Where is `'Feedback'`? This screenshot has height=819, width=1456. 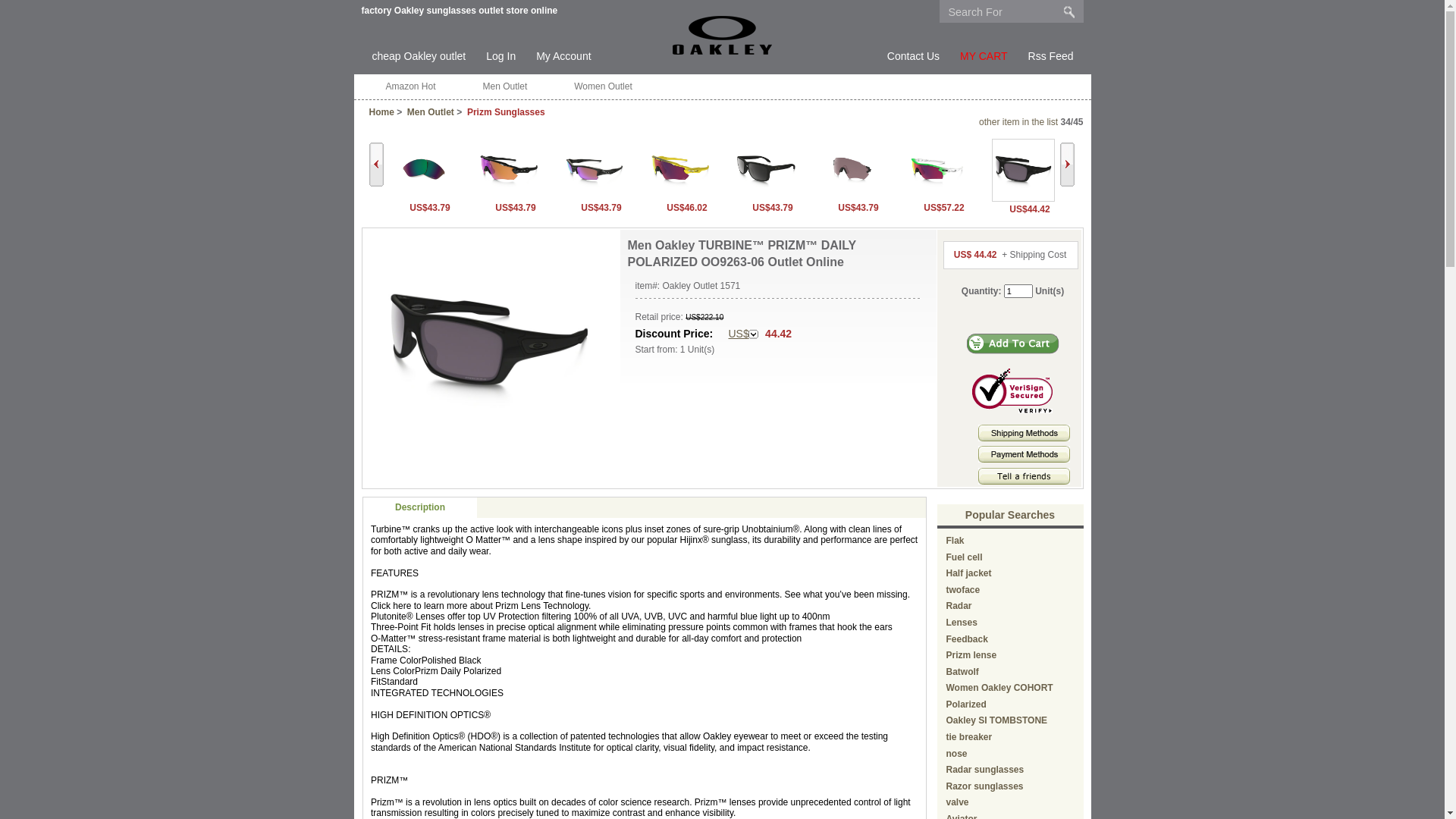 'Feedback' is located at coordinates (966, 639).